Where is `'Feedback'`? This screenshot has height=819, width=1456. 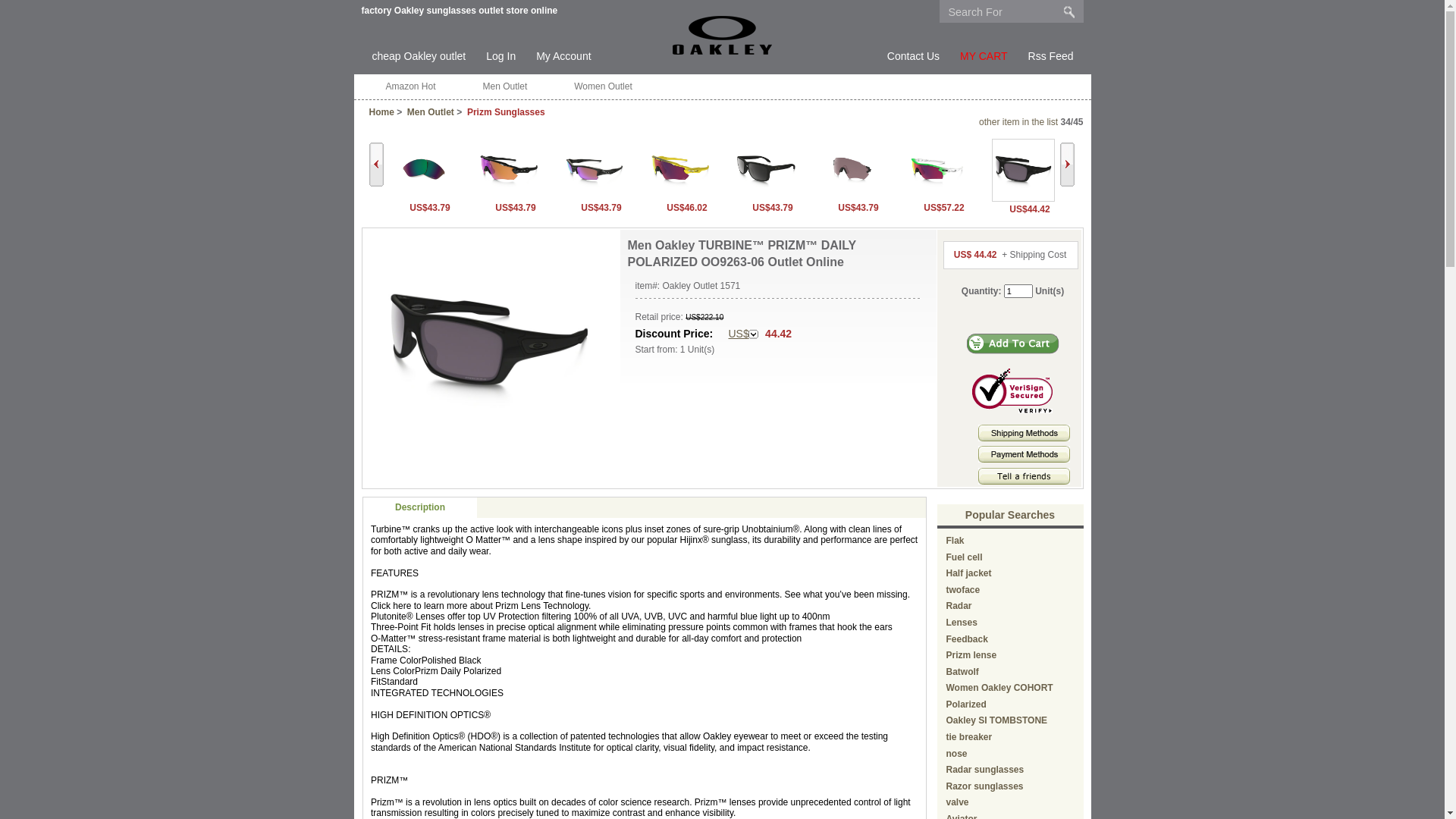 'Feedback' is located at coordinates (966, 639).